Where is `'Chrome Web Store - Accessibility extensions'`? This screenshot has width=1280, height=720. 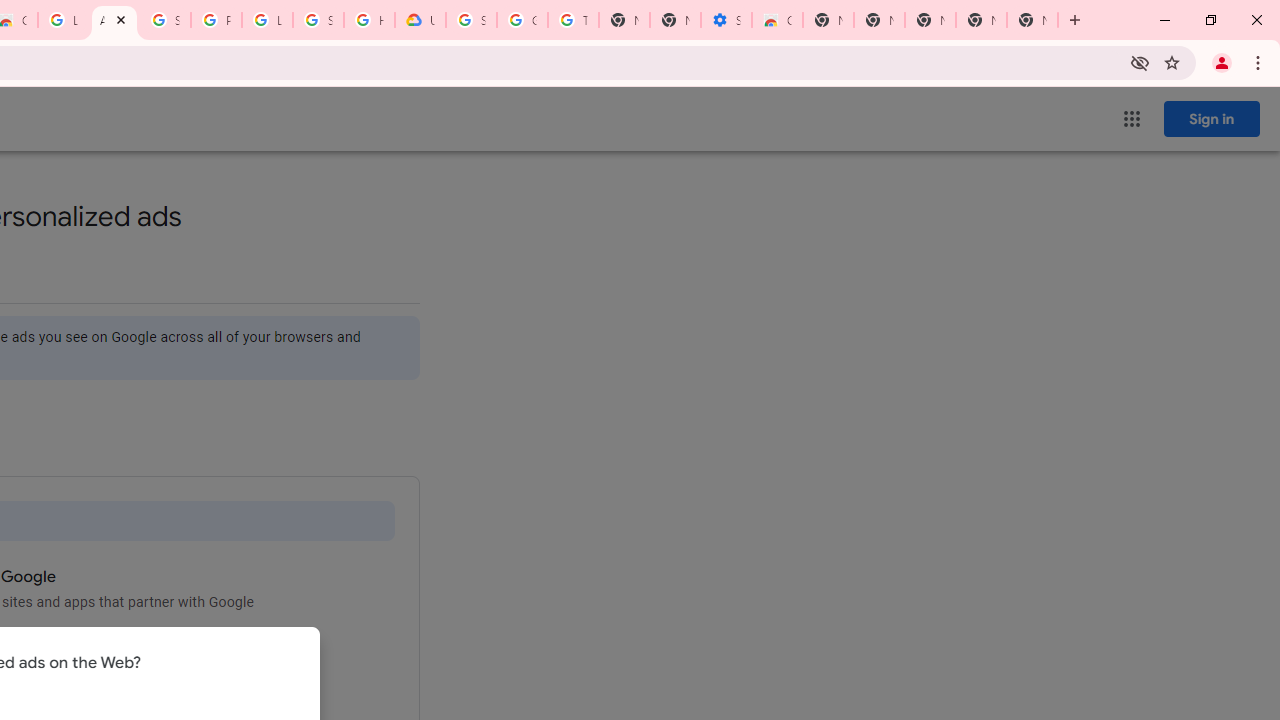
'Chrome Web Store - Accessibility extensions' is located at coordinates (775, 20).